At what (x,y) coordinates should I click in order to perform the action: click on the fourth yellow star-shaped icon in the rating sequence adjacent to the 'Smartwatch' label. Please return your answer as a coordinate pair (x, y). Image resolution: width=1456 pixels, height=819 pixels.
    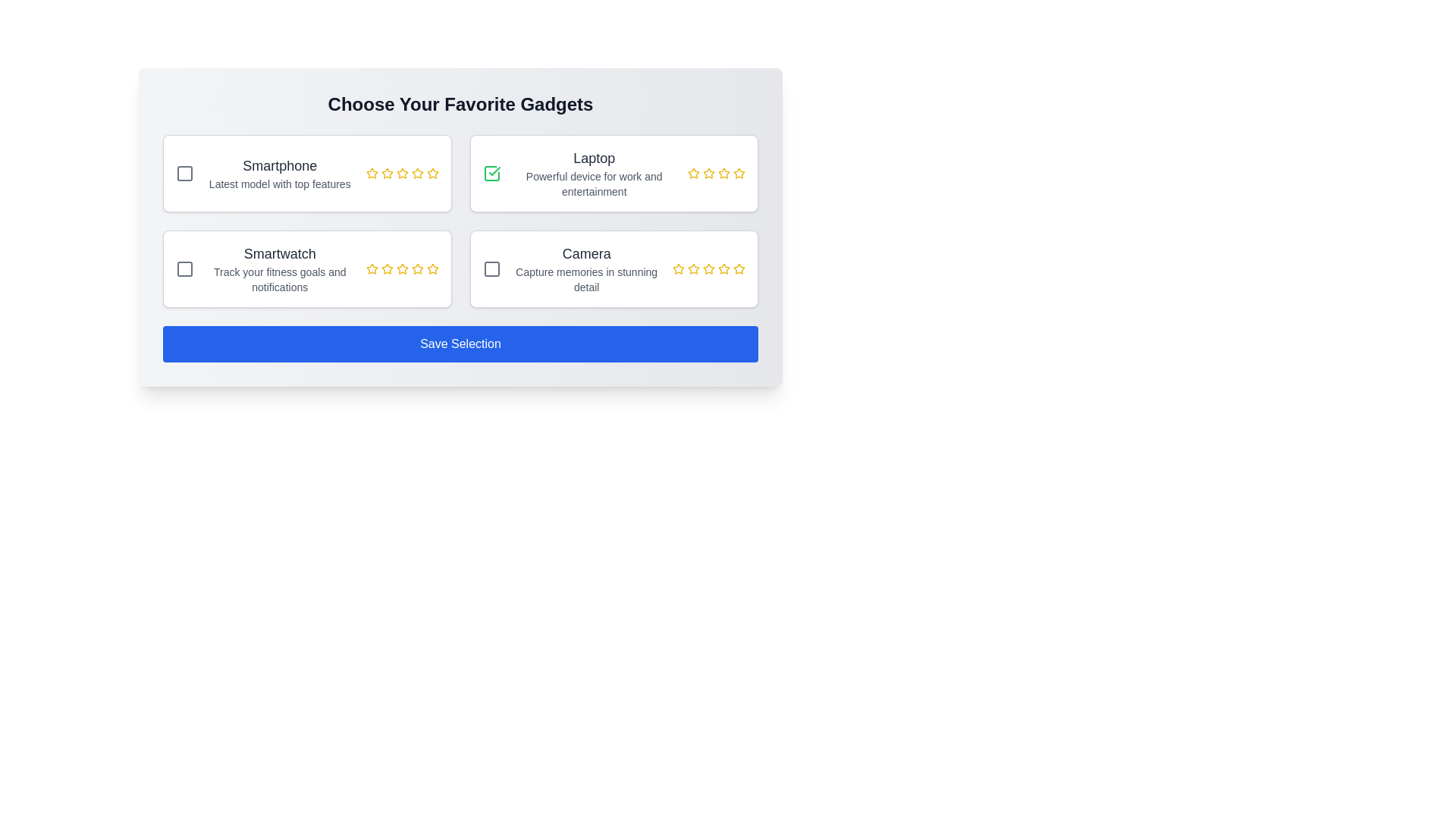
    Looking at the image, I should click on (402, 268).